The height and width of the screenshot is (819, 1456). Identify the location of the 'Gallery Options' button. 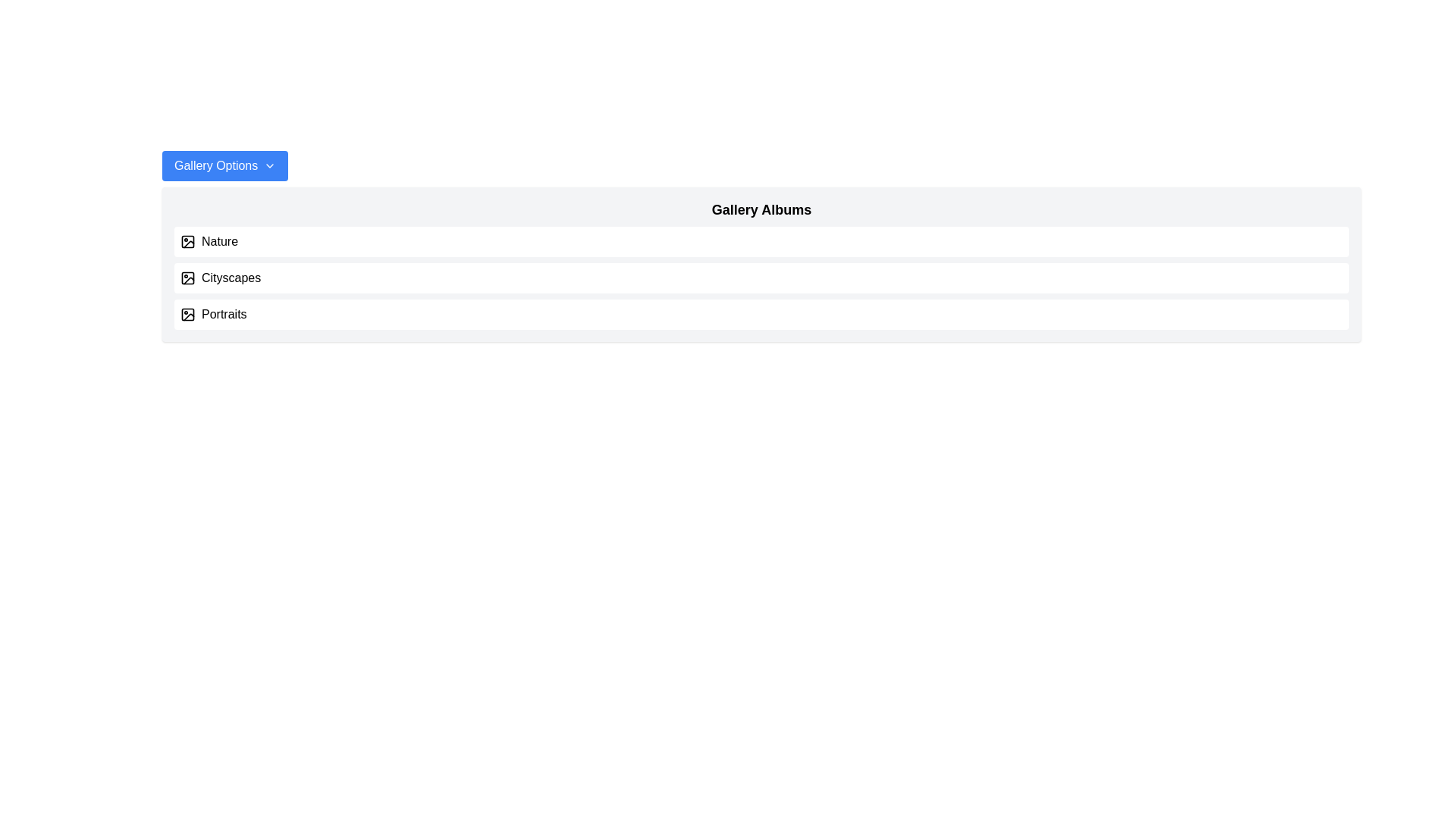
(224, 166).